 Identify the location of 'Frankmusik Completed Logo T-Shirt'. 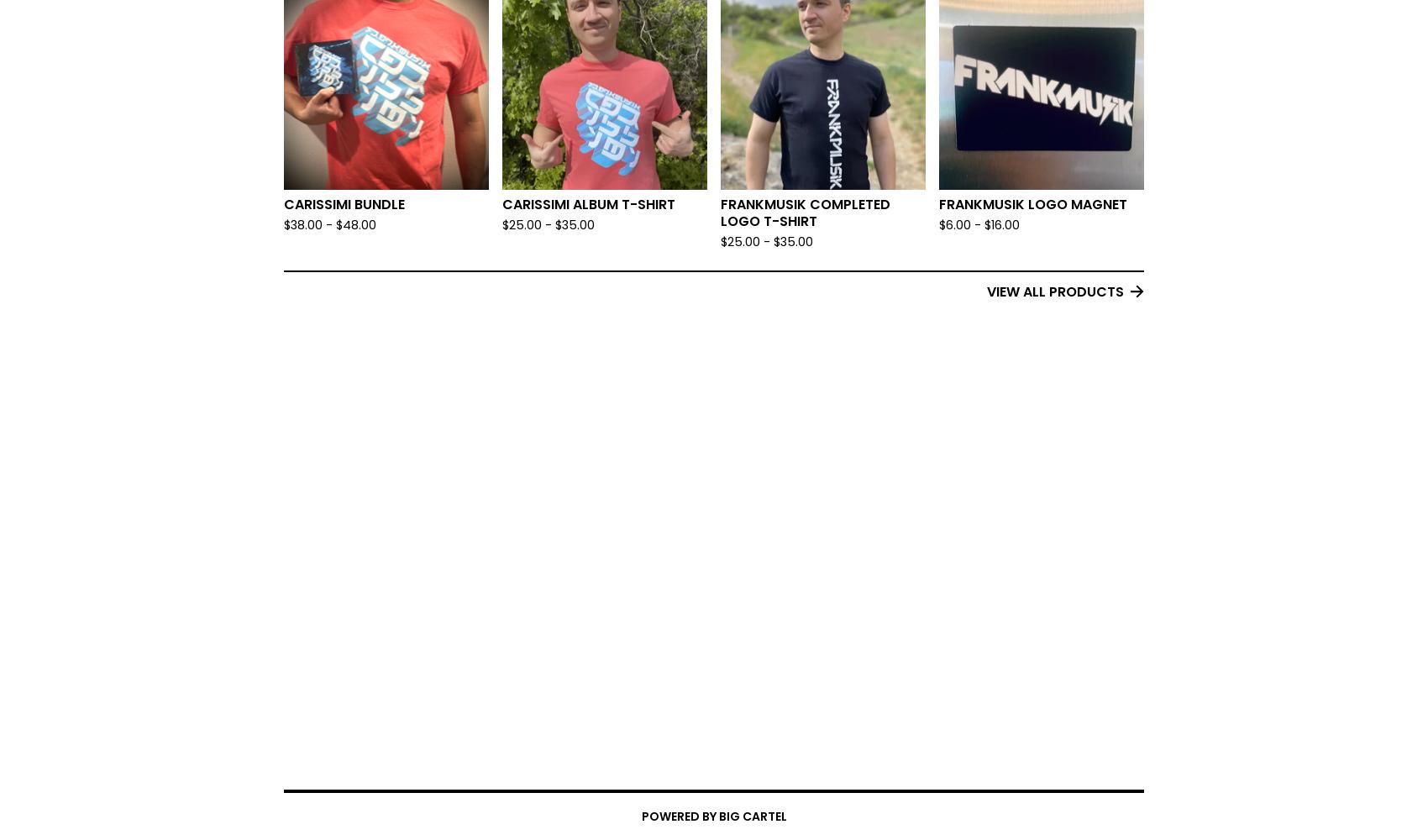
(804, 213).